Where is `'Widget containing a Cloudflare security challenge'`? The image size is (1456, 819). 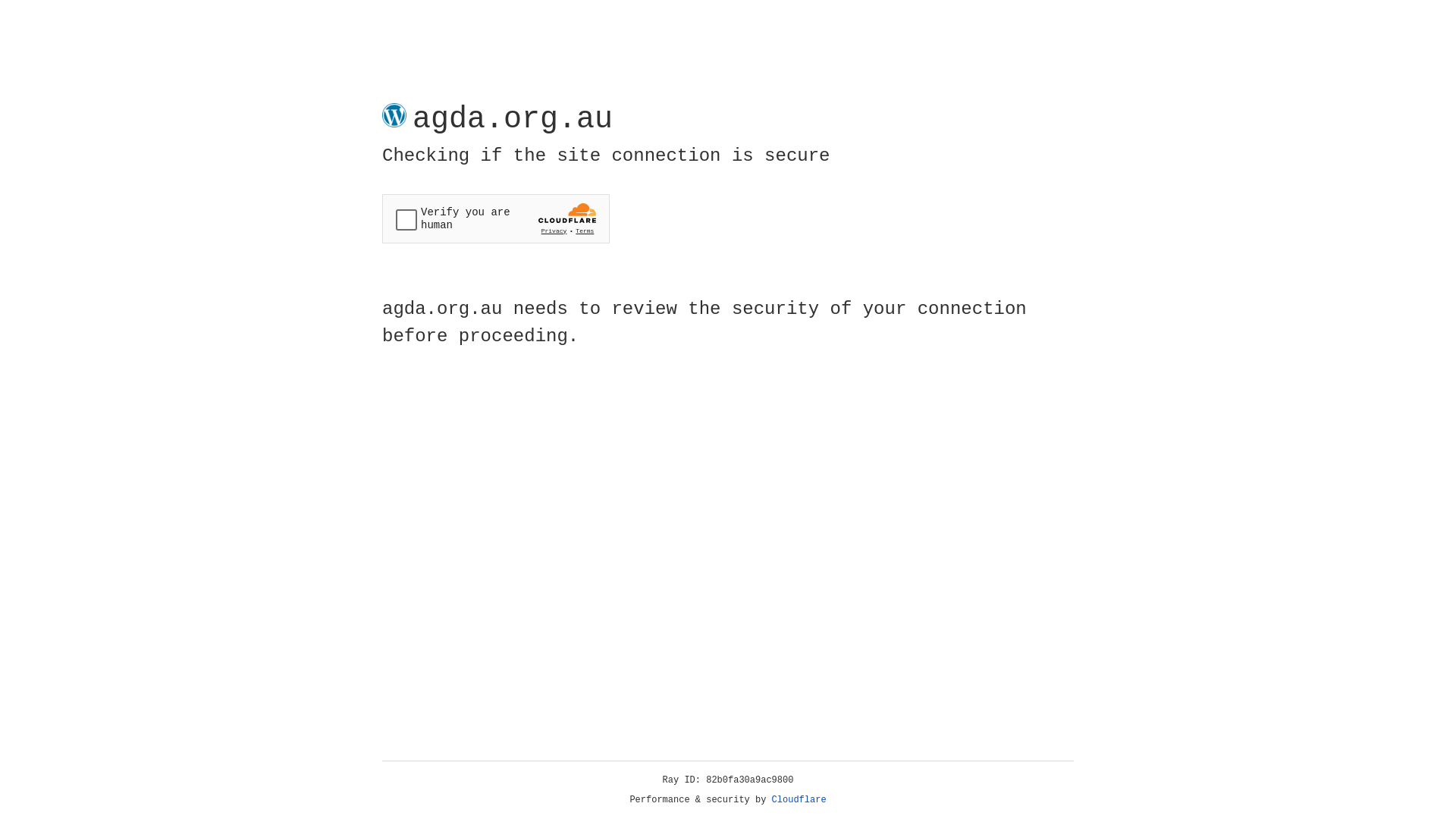 'Widget containing a Cloudflare security challenge' is located at coordinates (495, 218).